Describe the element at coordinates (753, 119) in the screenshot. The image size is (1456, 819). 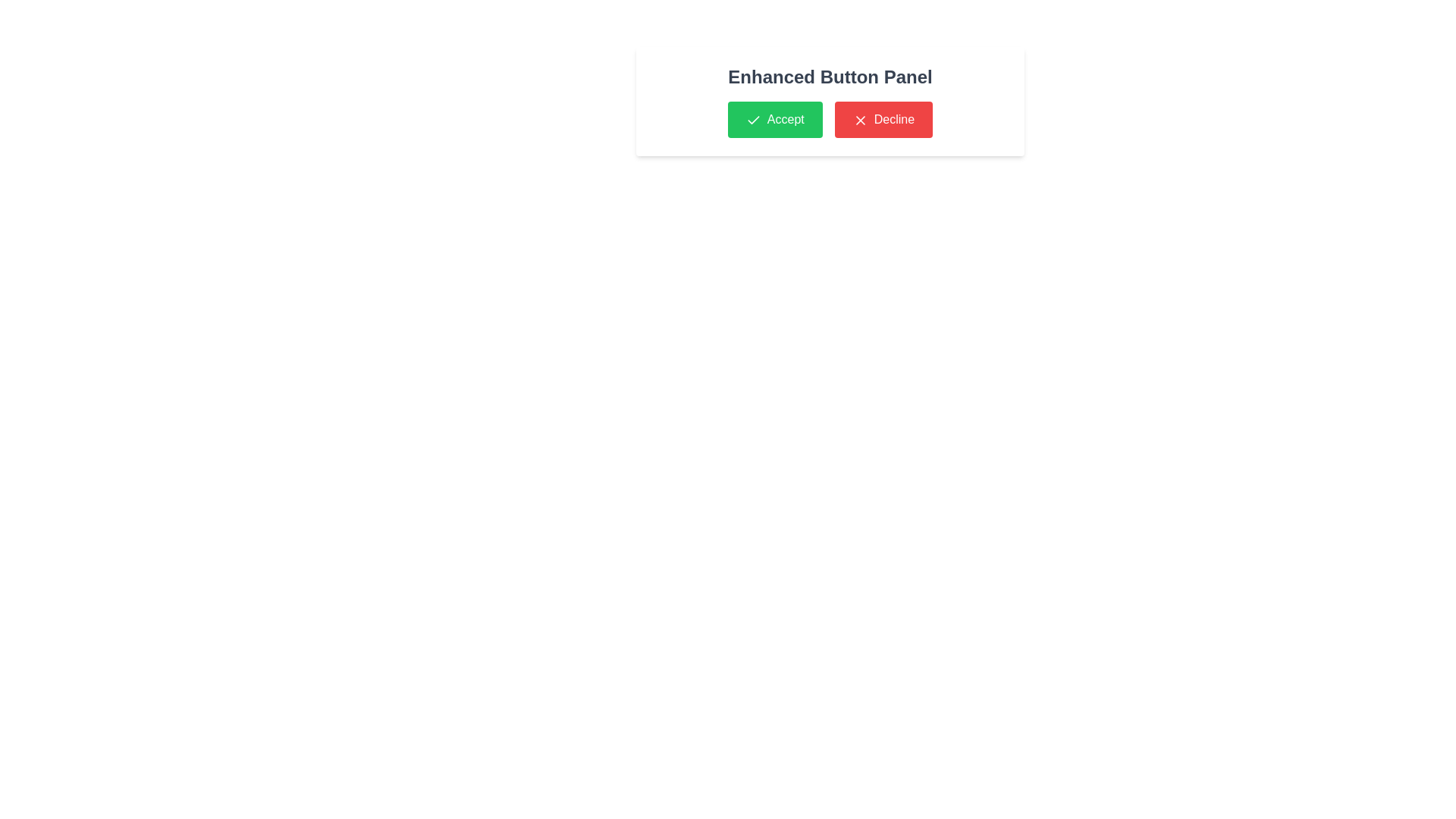
I see `small checkmark icon located within the green 'Accept' button, which is positioned to the left of the text 'Accept'` at that location.